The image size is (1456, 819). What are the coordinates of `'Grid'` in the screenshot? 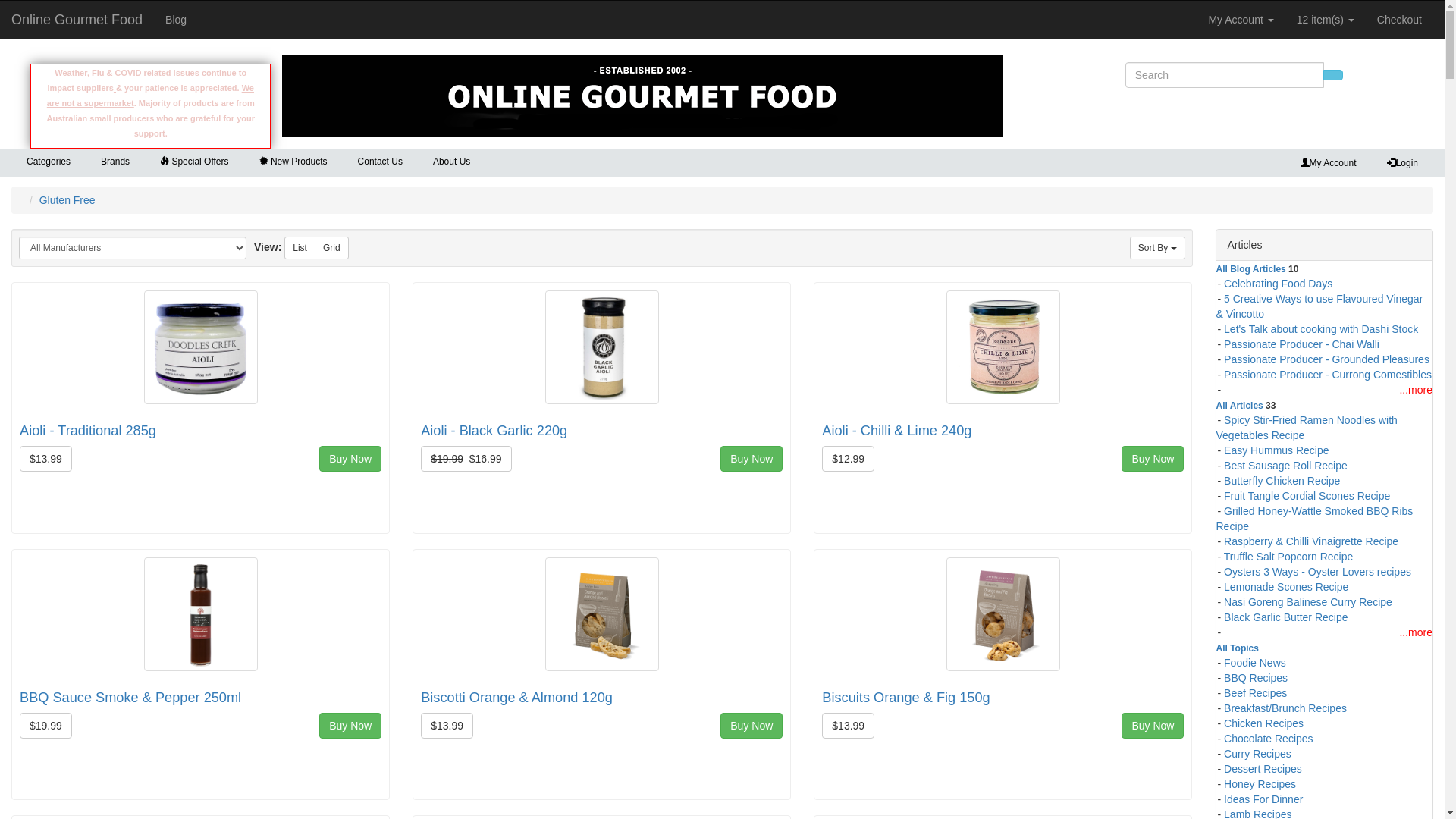 It's located at (331, 247).